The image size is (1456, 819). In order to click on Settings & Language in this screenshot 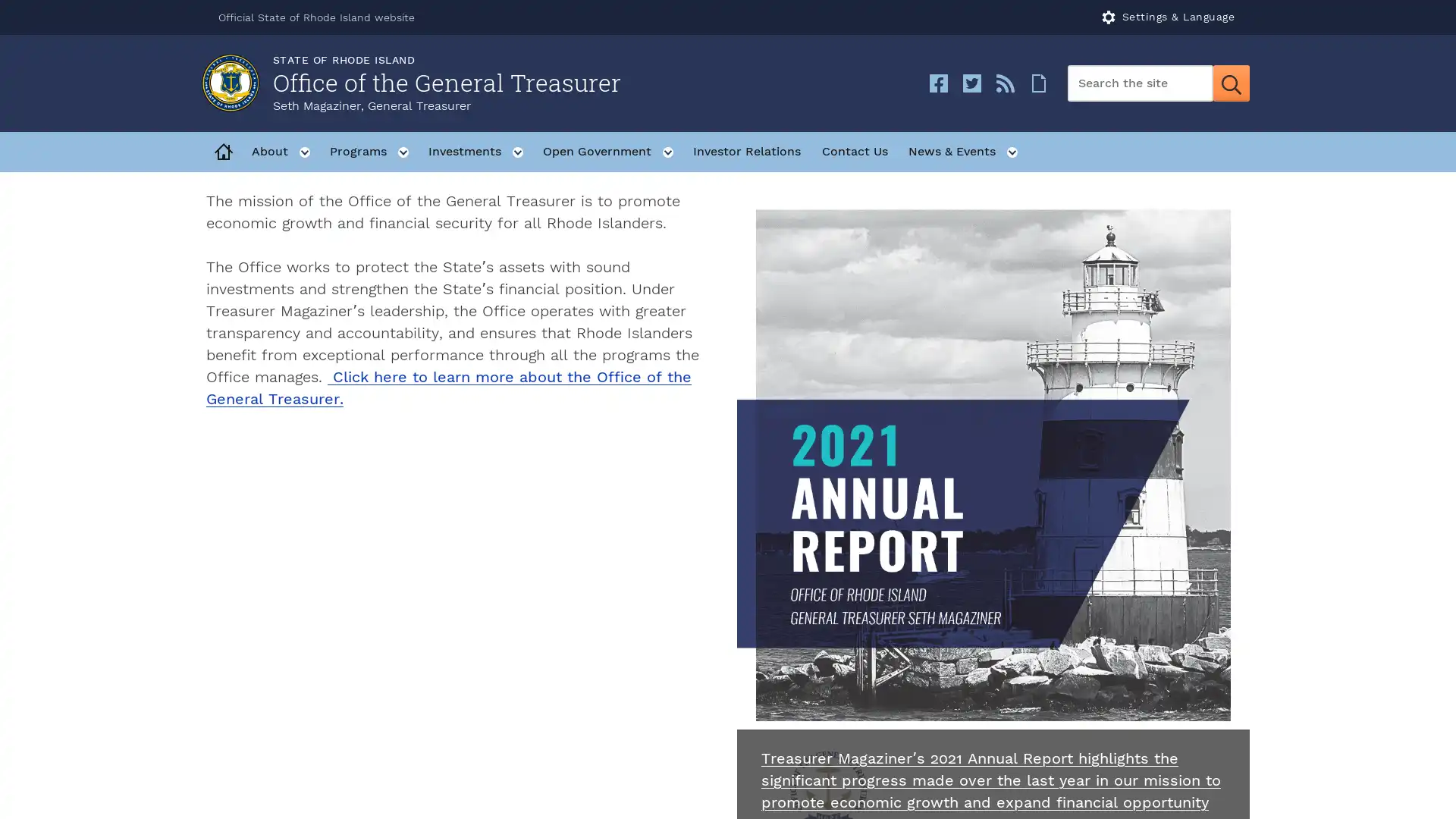, I will do `click(1168, 17)`.